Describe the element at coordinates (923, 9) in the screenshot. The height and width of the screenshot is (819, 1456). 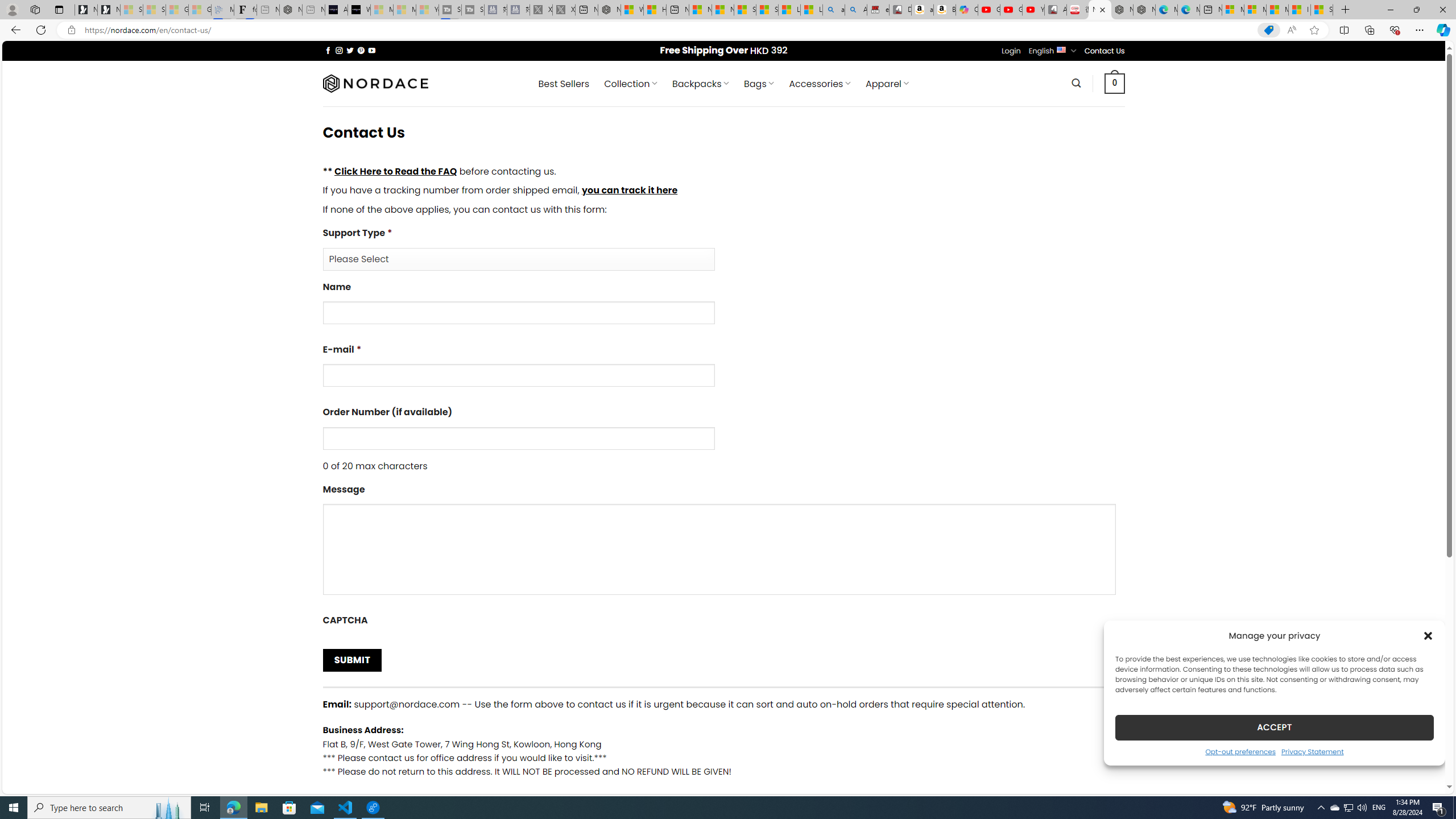
I see `'amazon.in/dp/B0CX59H5W7/?tag=gsmcom05-21'` at that location.